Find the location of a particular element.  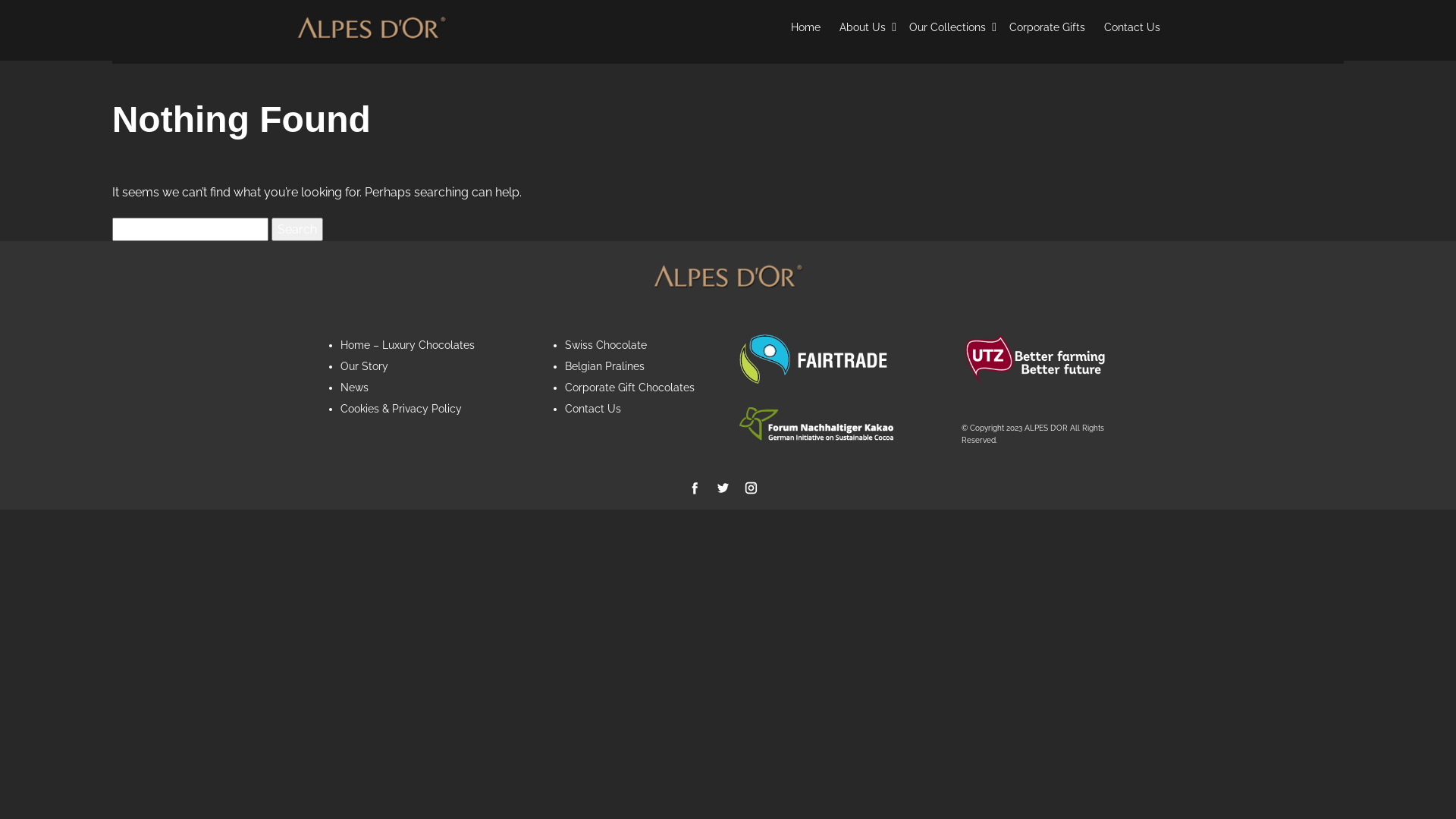

'Corporate Gift Chocolates' is located at coordinates (629, 386).